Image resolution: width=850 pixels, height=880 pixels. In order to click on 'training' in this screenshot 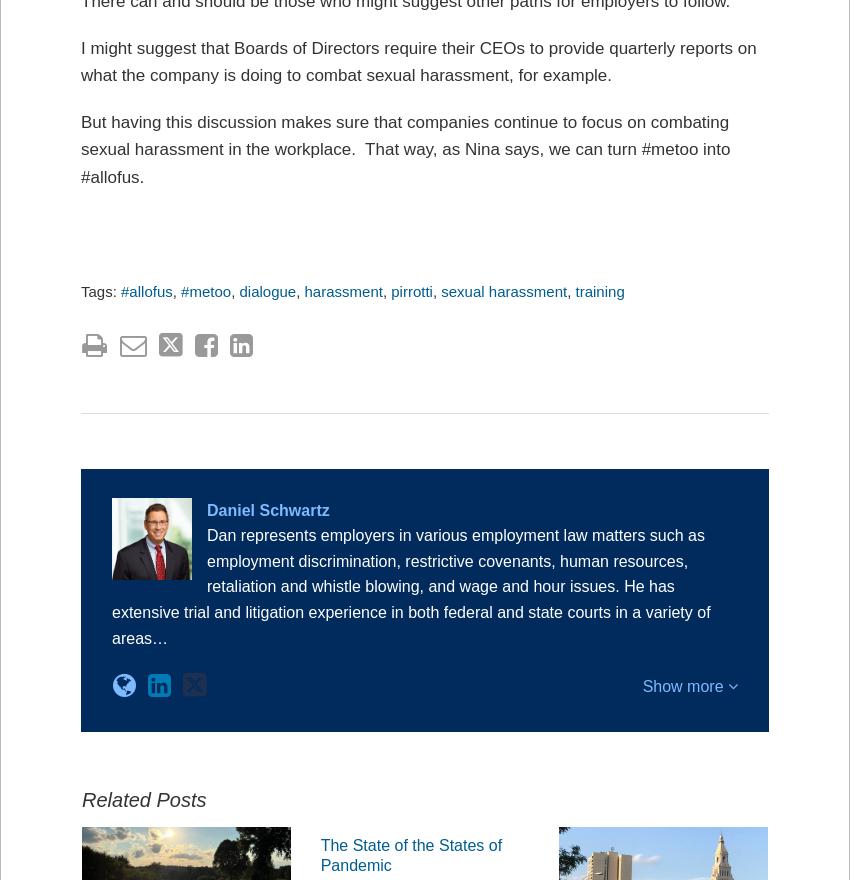, I will do `click(575, 290)`.